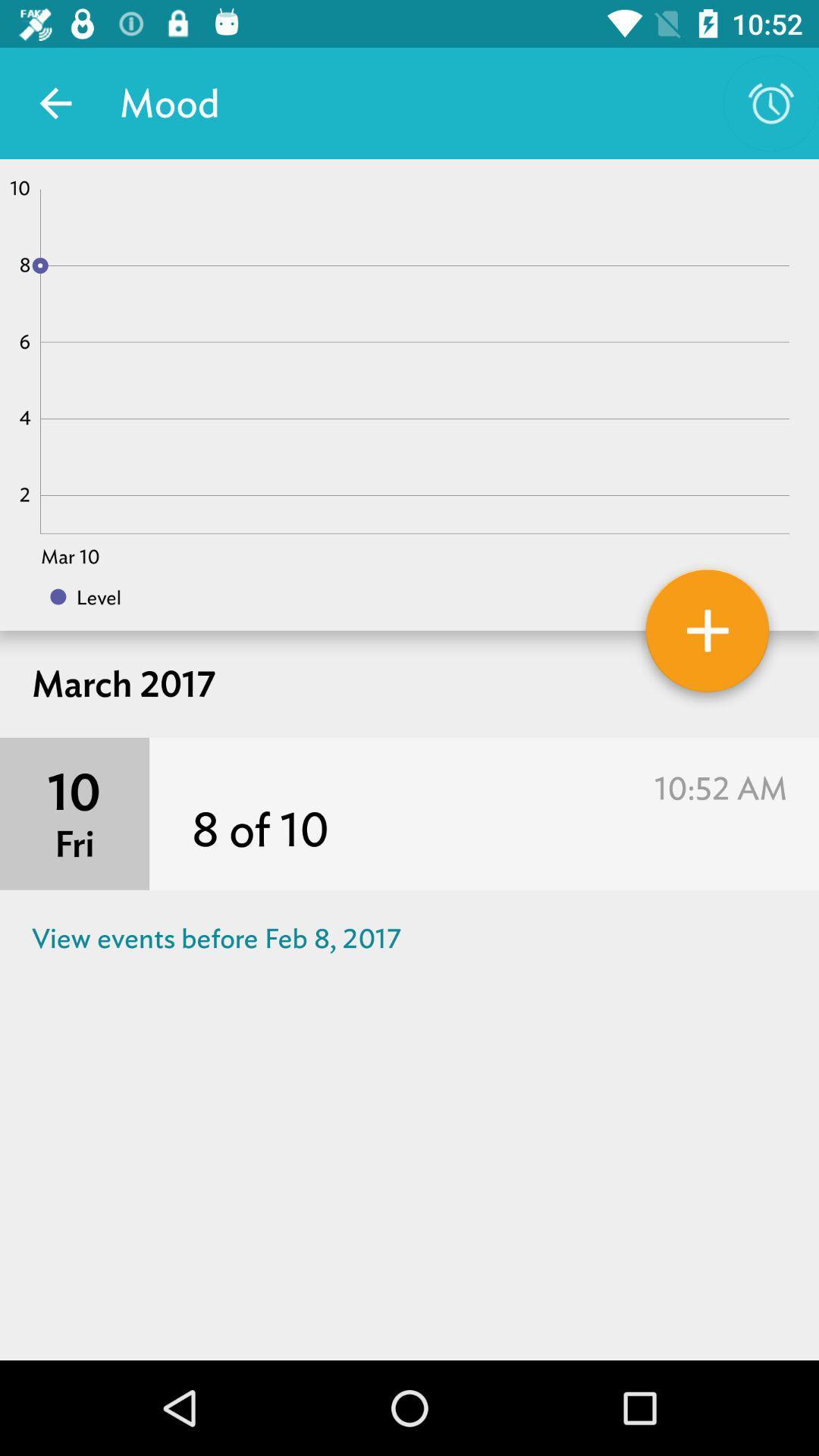 This screenshot has width=819, height=1456. I want to click on event, so click(708, 636).